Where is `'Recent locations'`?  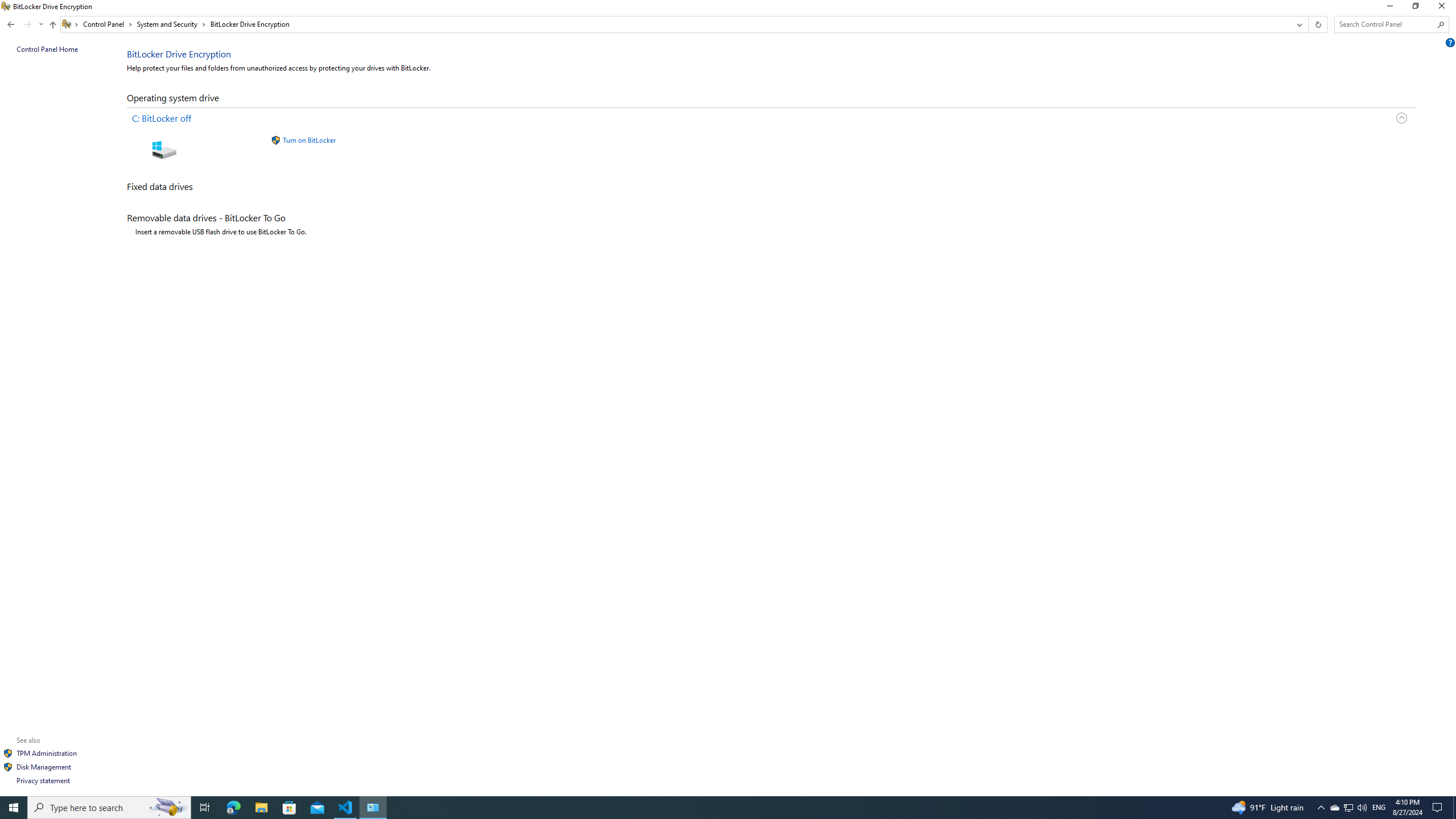
'Recent locations' is located at coordinates (40, 24).